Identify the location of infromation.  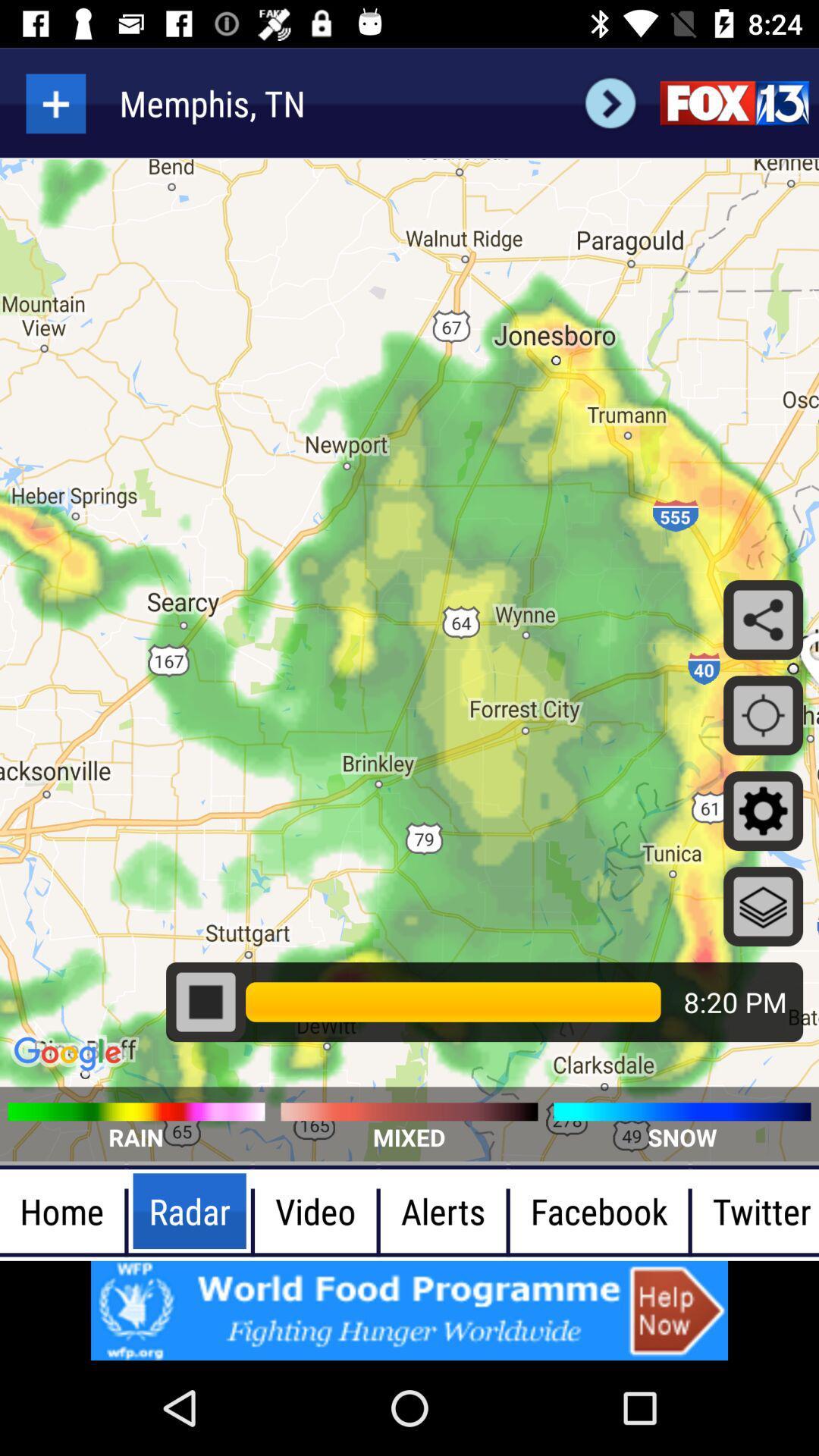
(409, 1310).